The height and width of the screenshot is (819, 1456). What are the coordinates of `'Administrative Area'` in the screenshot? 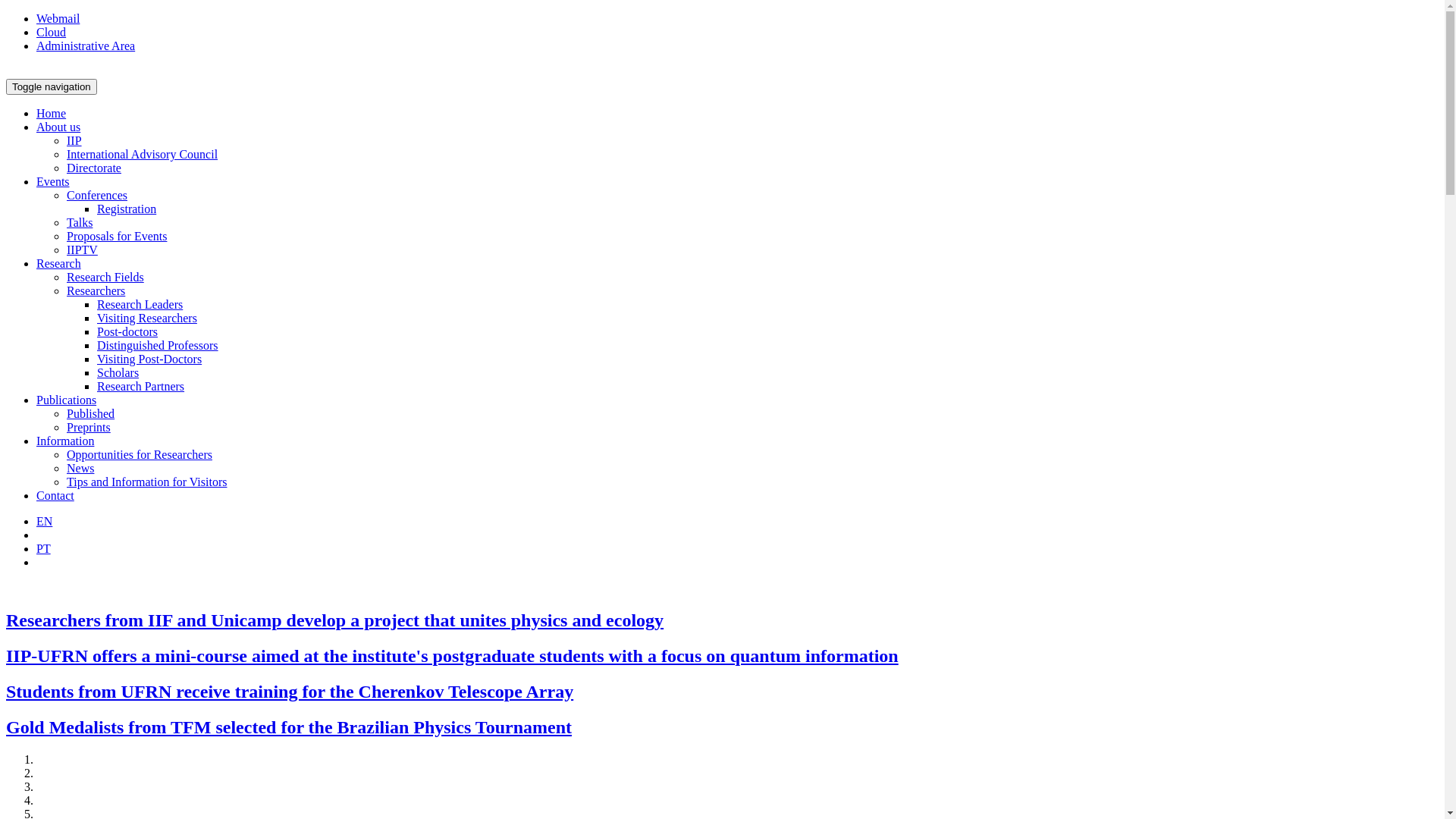 It's located at (85, 45).